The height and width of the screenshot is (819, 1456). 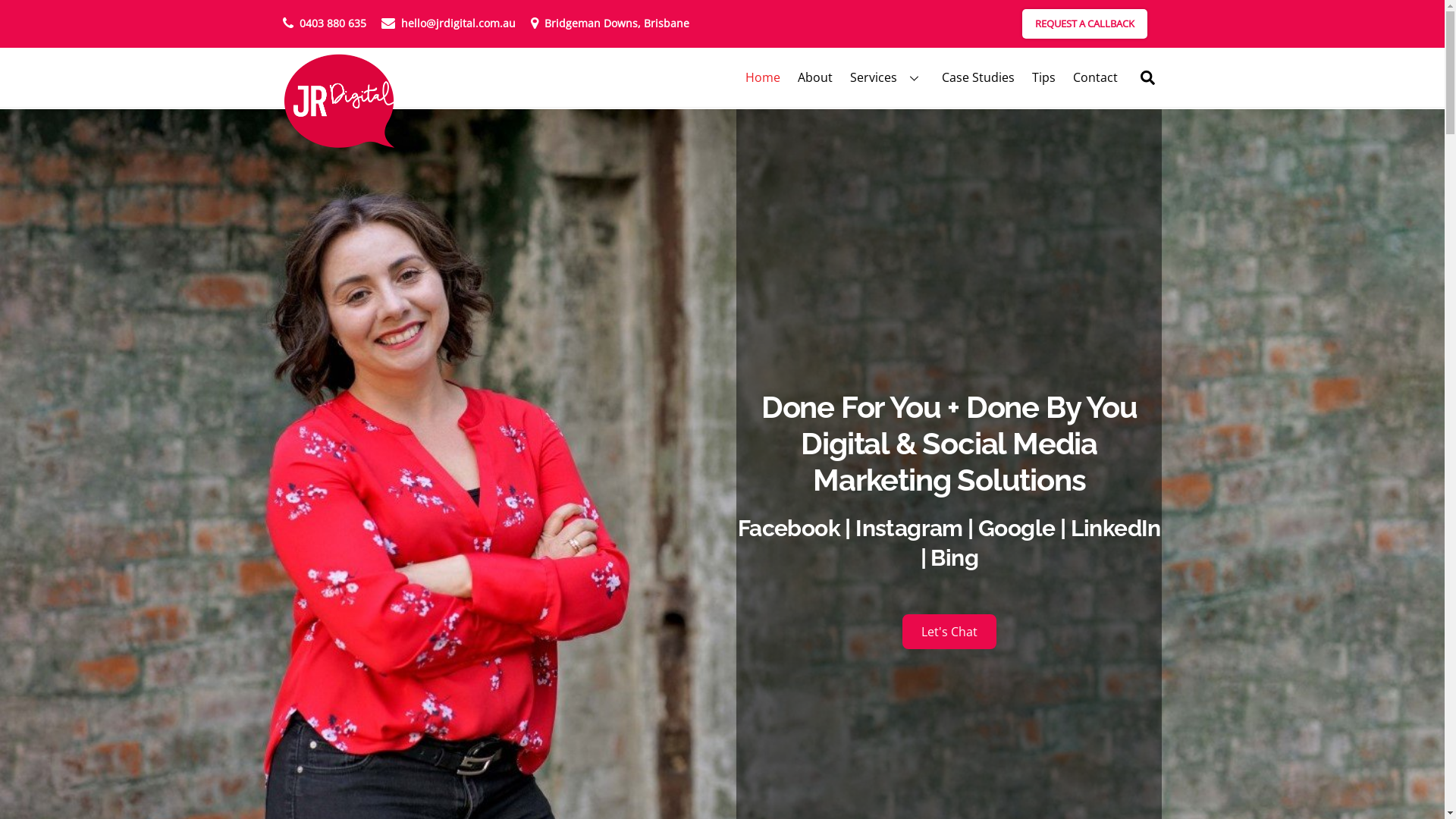 I want to click on 'Bridgeman Downs, Brisbane', so click(x=610, y=23).